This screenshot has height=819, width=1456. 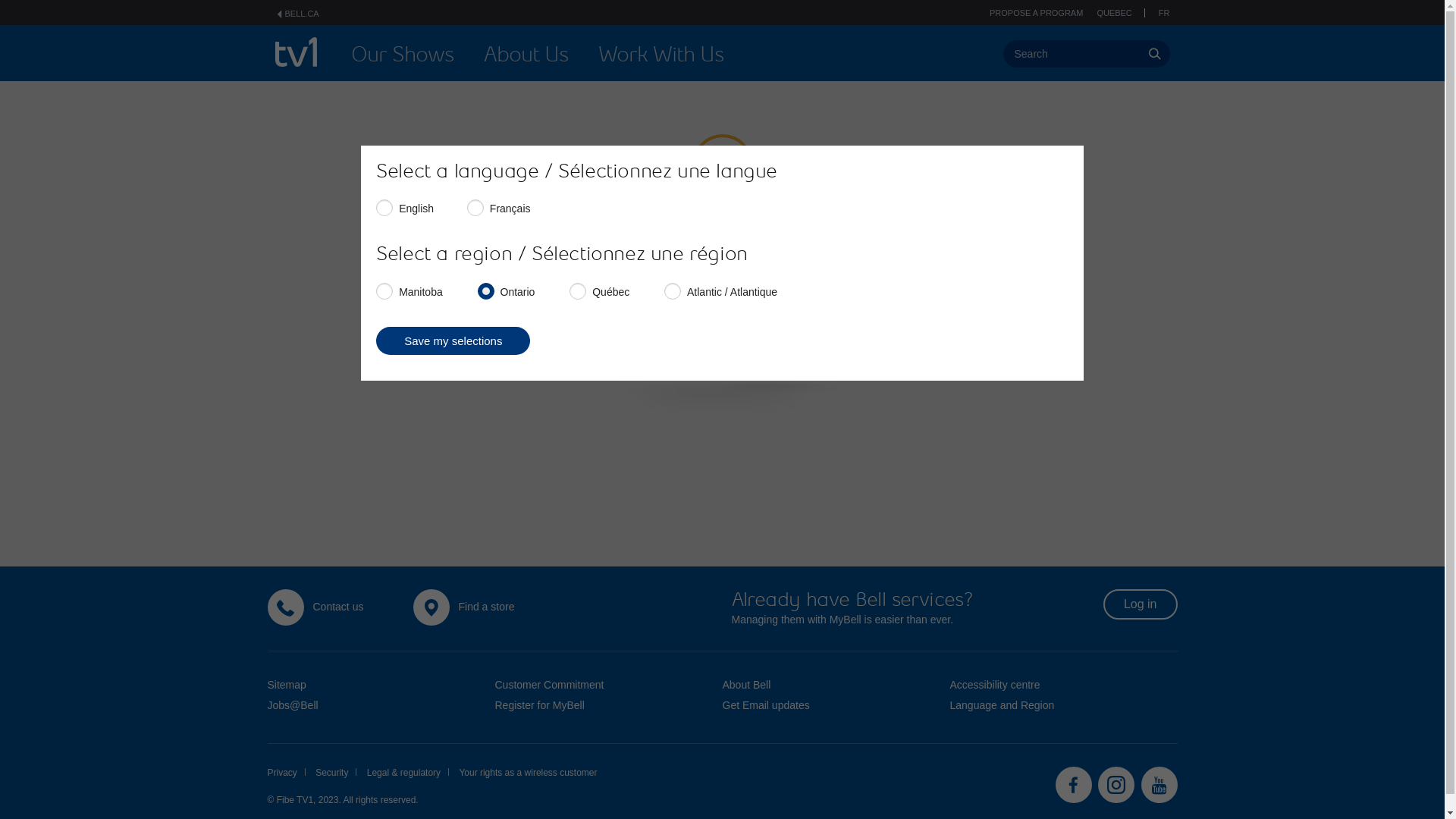 I want to click on 'PROPOSE A PROGRAM', so click(x=1035, y=12).